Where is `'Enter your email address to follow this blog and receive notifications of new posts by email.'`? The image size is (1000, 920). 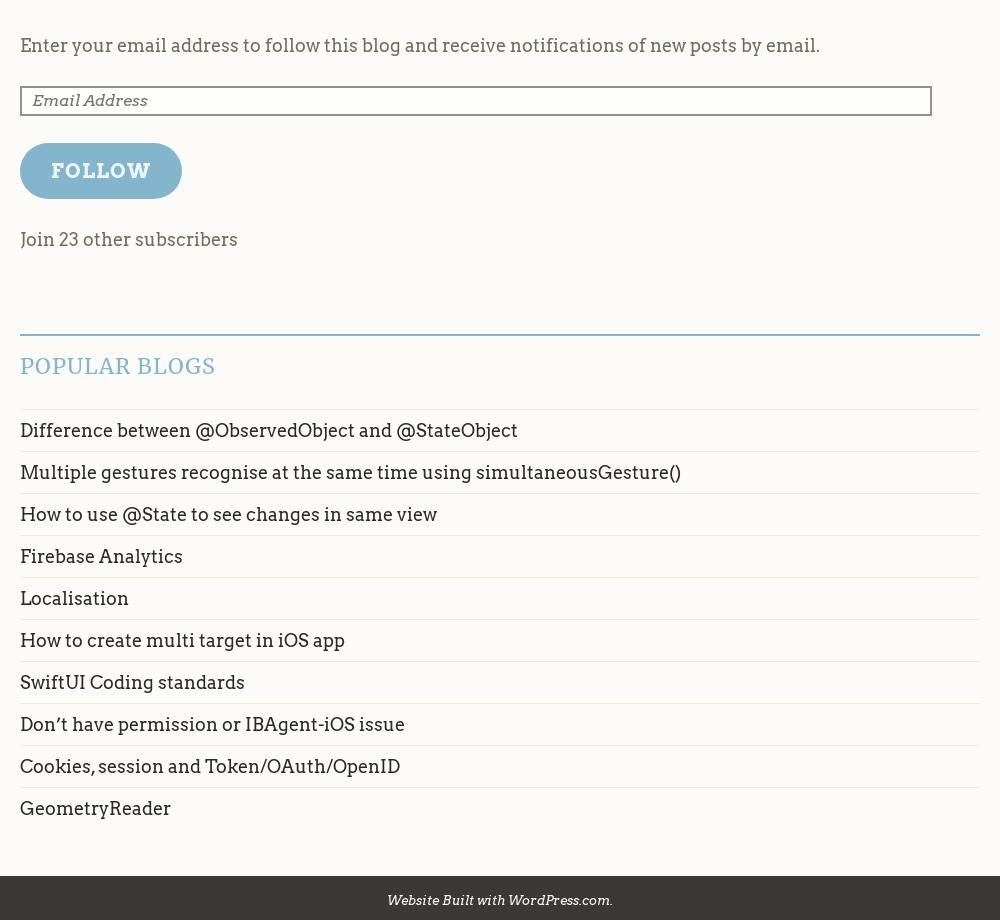 'Enter your email address to follow this blog and receive notifications of new posts by email.' is located at coordinates (420, 45).